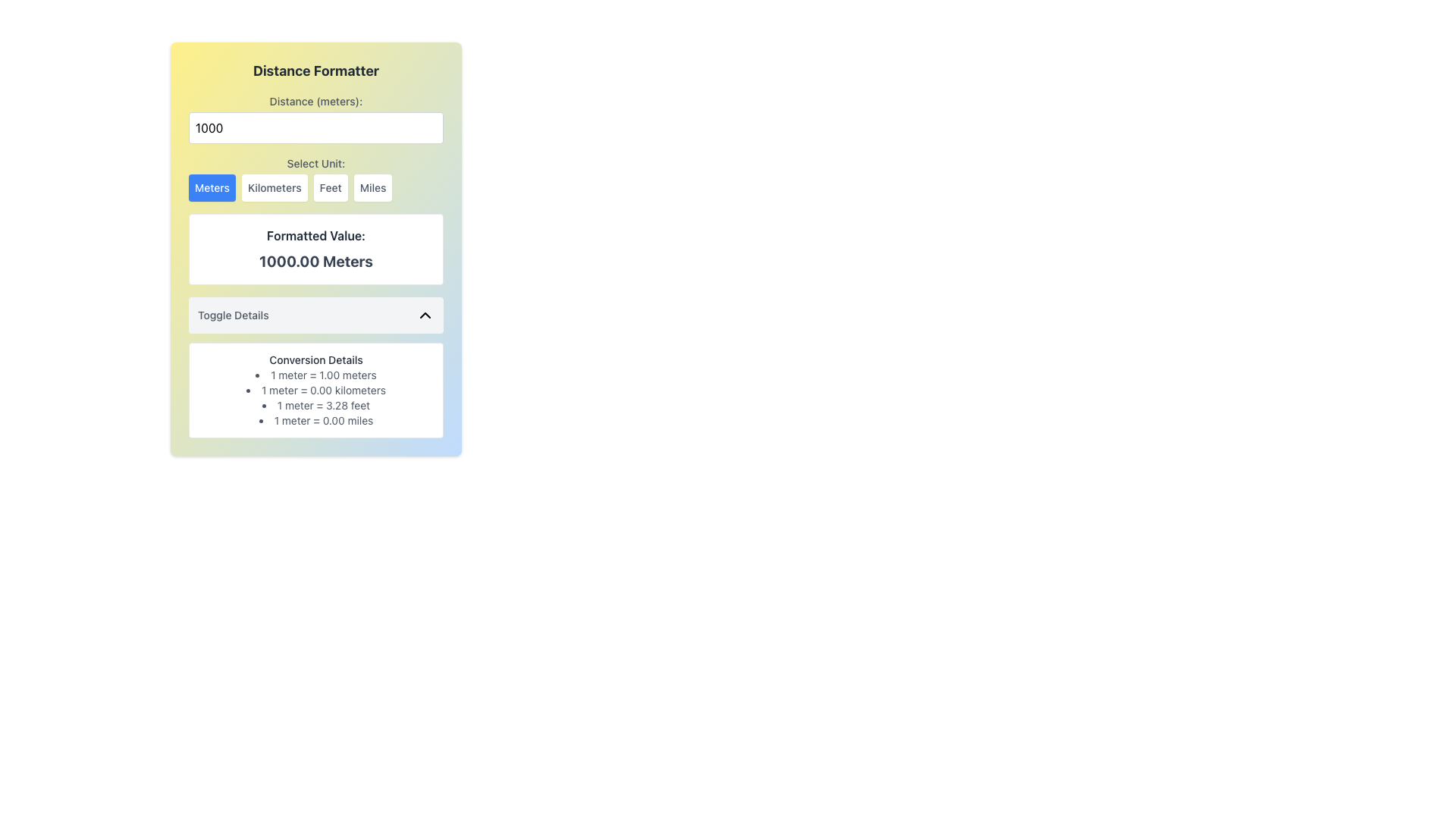 This screenshot has width=1456, height=819. Describe the element at coordinates (315, 118) in the screenshot. I see `the labeled number input field for 'Distance (meters):' to focus on the input box` at that location.